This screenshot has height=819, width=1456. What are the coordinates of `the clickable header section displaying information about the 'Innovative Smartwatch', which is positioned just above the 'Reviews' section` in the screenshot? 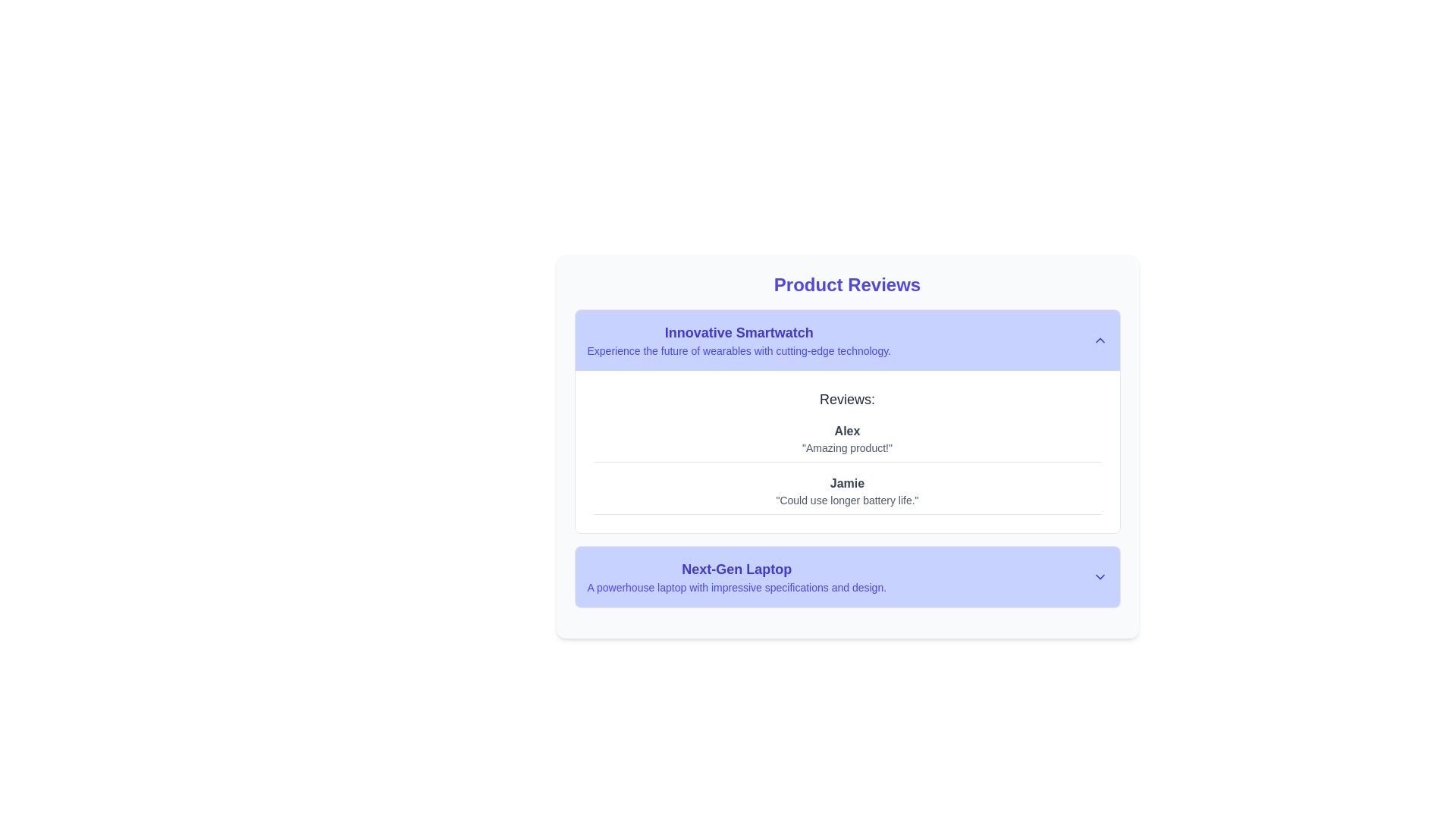 It's located at (846, 339).